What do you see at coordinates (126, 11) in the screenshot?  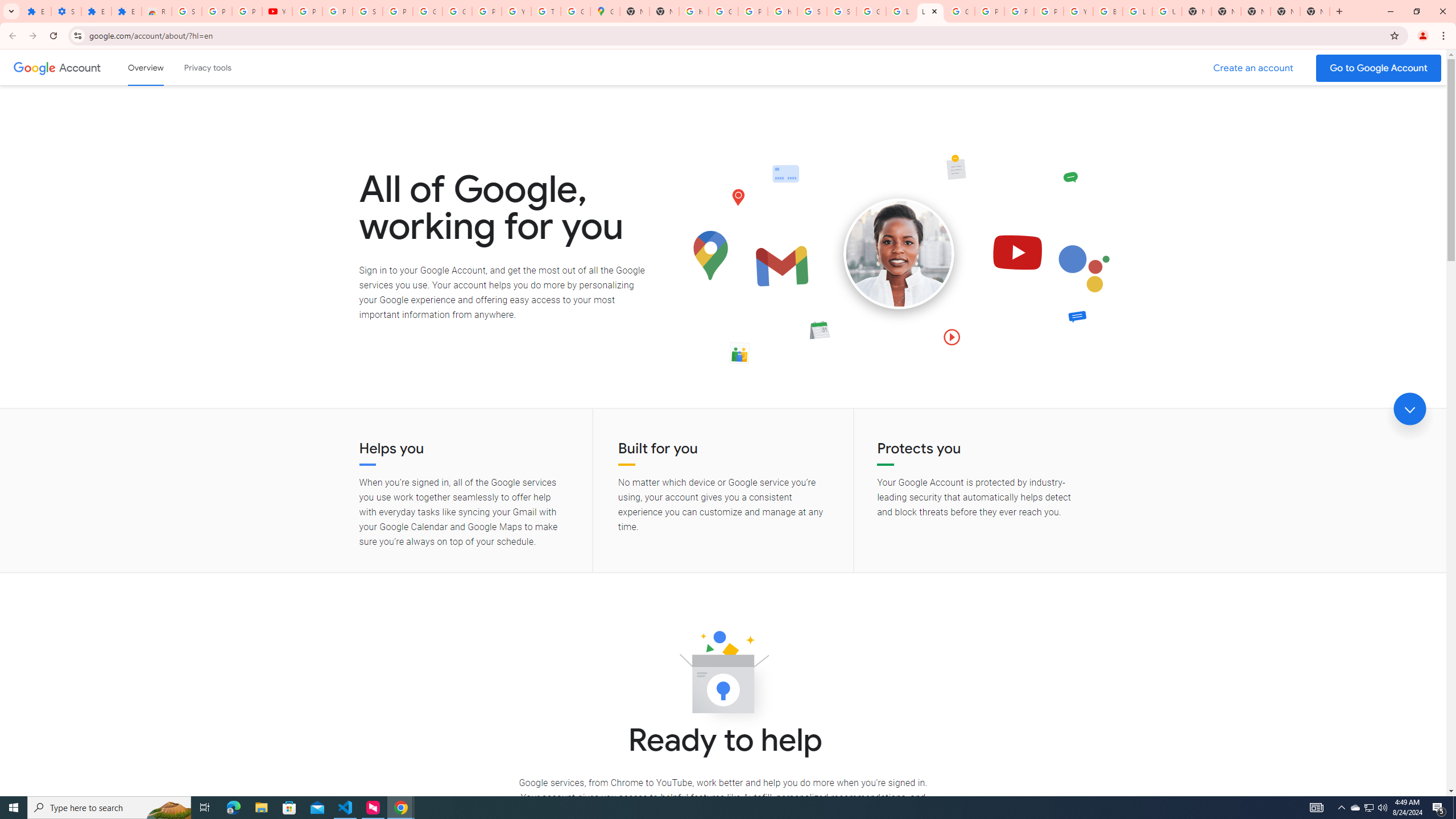 I see `'Extensions'` at bounding box center [126, 11].